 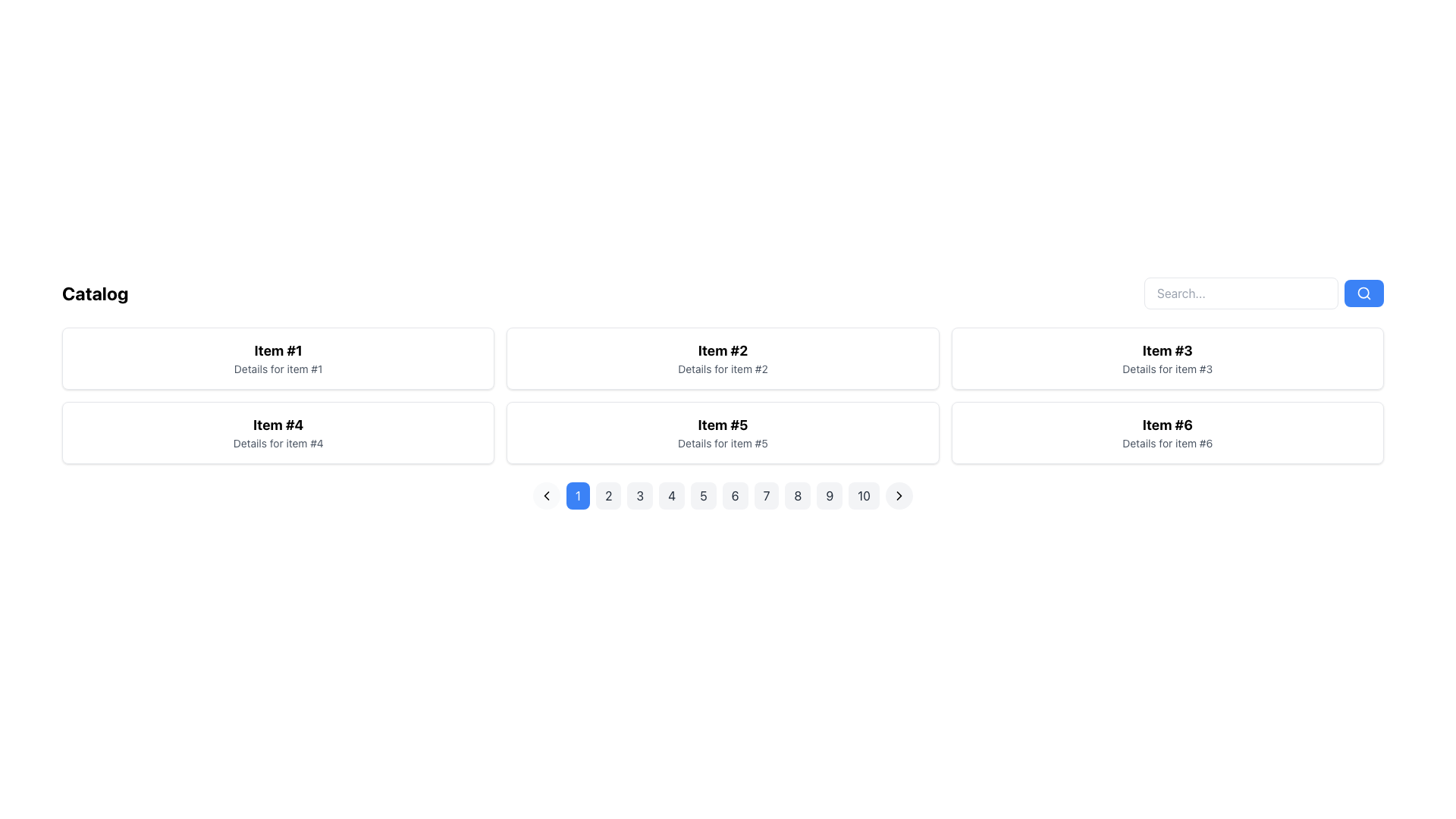 I want to click on the pagination button labeled '5' to navigate to the fifth page of content, so click(x=702, y=496).